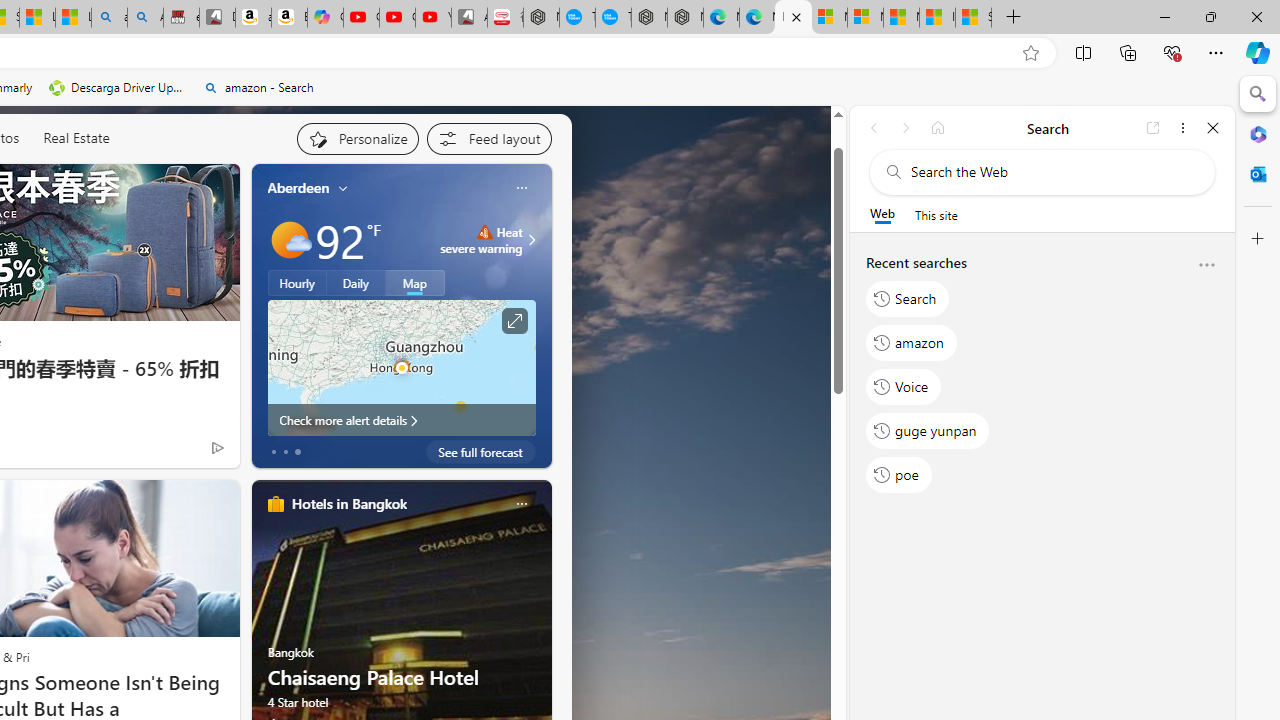 The image size is (1280, 720). Describe the element at coordinates (531, 239) in the screenshot. I see `'Class: weather-arrow-glyph'` at that location.